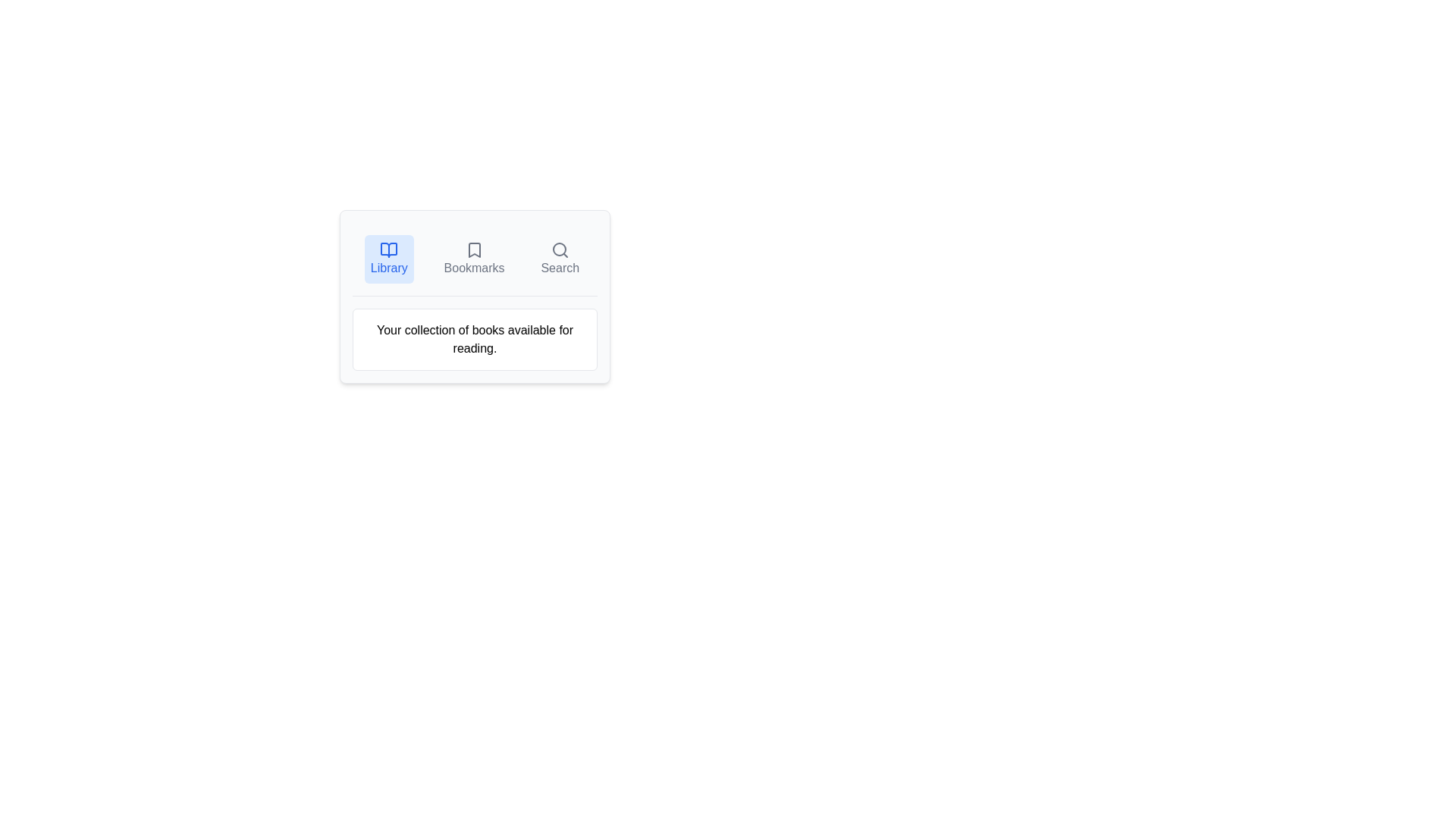 Image resolution: width=1456 pixels, height=819 pixels. What do you see at coordinates (473, 259) in the screenshot?
I see `the Bookmarks tab by clicking on the respective tab button` at bounding box center [473, 259].